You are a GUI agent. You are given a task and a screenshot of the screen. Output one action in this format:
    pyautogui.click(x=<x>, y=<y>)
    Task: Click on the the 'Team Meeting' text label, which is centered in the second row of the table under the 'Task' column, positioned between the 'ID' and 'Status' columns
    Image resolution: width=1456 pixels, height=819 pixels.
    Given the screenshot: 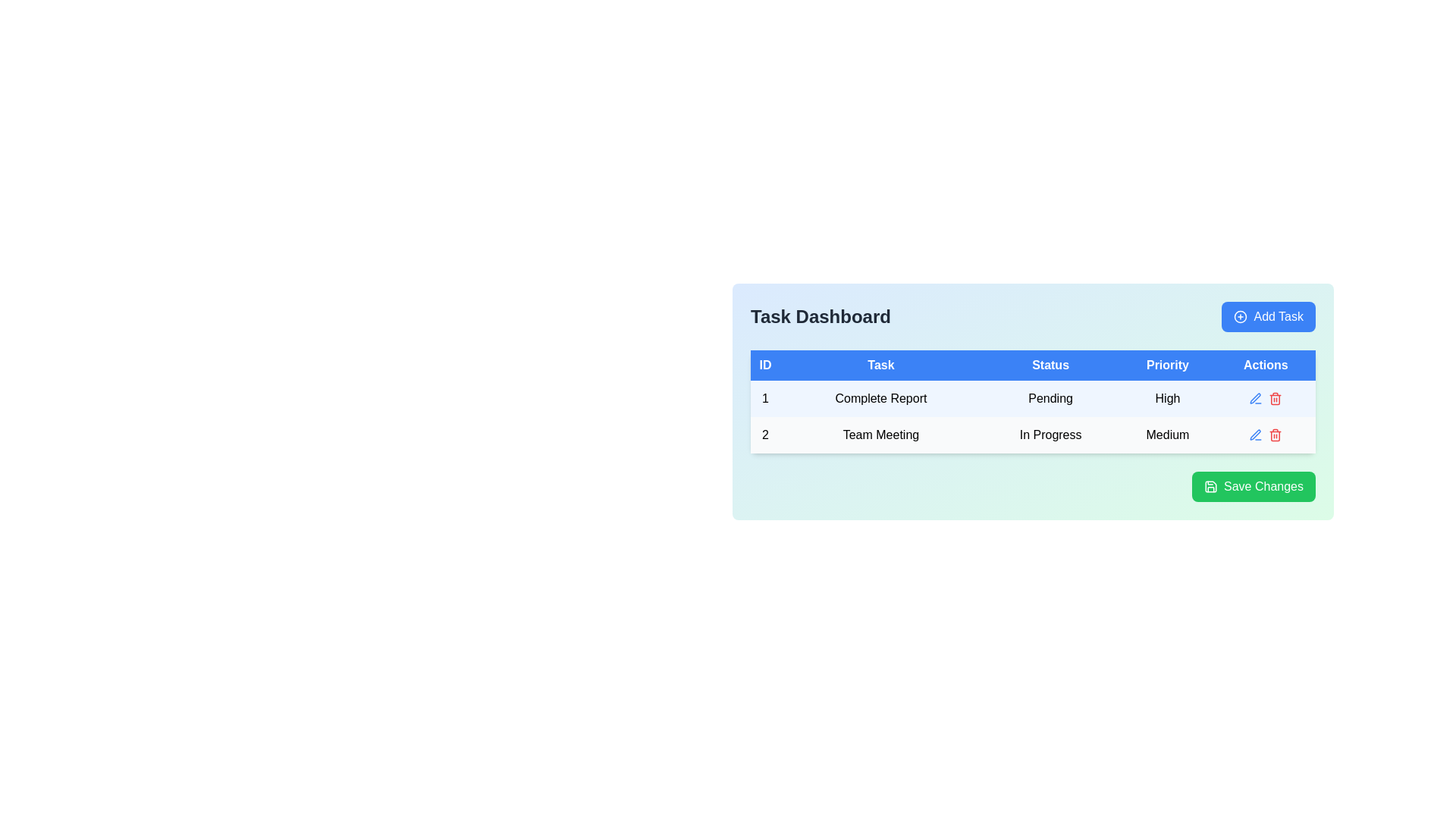 What is the action you would take?
    pyautogui.click(x=880, y=435)
    